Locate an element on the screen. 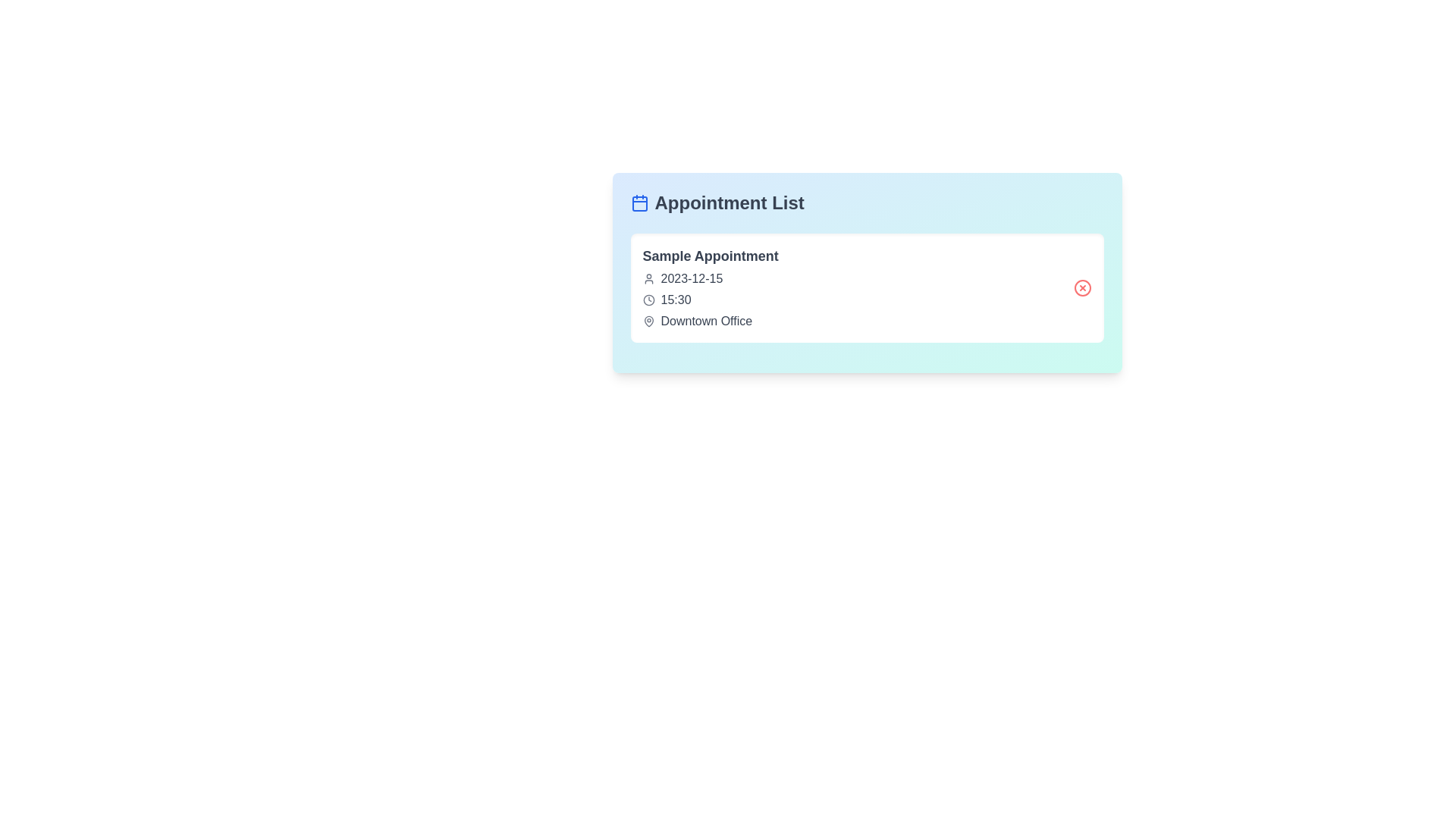 The height and width of the screenshot is (819, 1456). displayed text 'Downtown Office' from the text label with a map pin icon, positioned at the bottom of the appointment box is located at coordinates (710, 321).